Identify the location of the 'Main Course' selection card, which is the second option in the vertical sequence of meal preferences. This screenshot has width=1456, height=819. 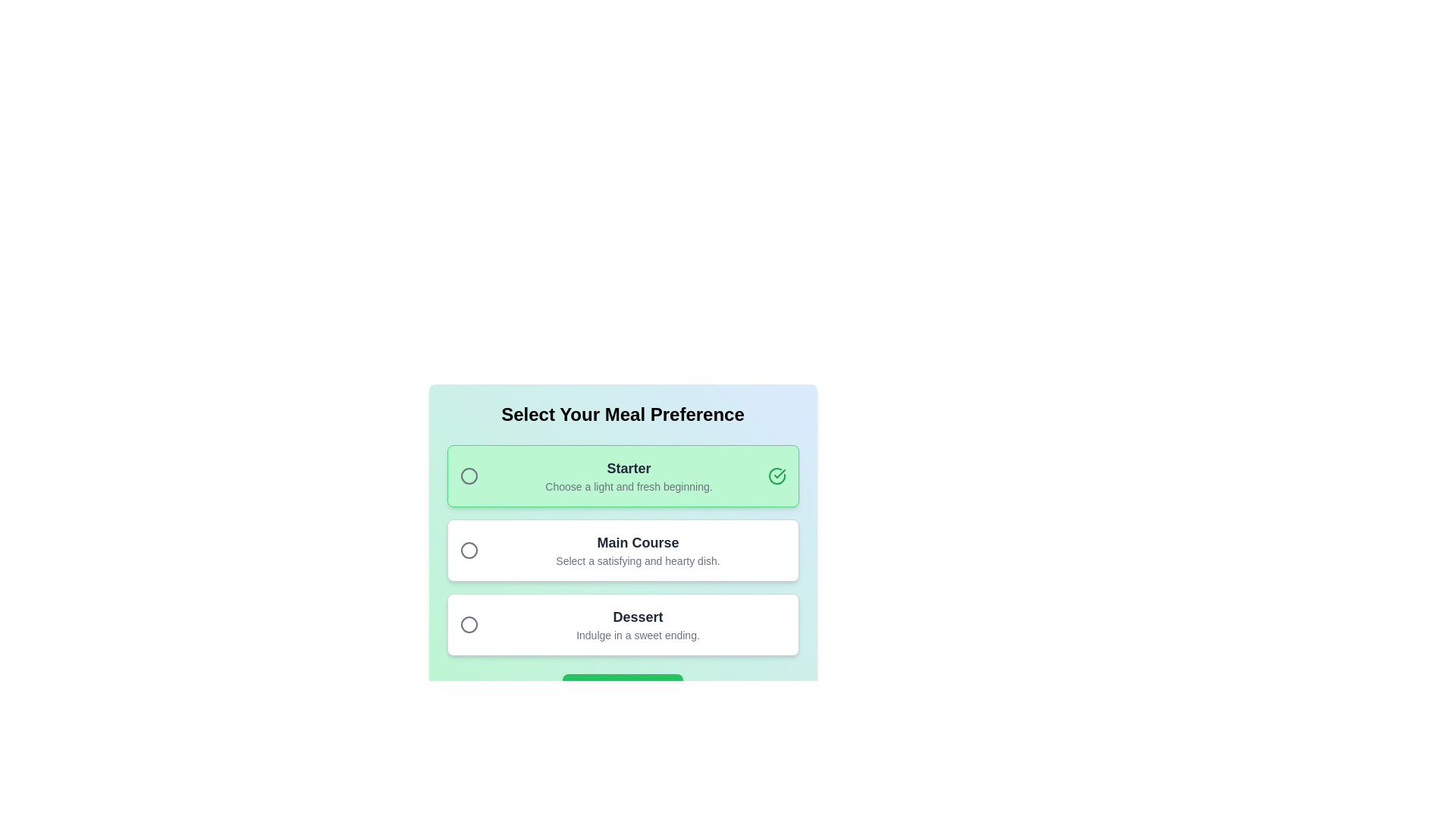
(623, 522).